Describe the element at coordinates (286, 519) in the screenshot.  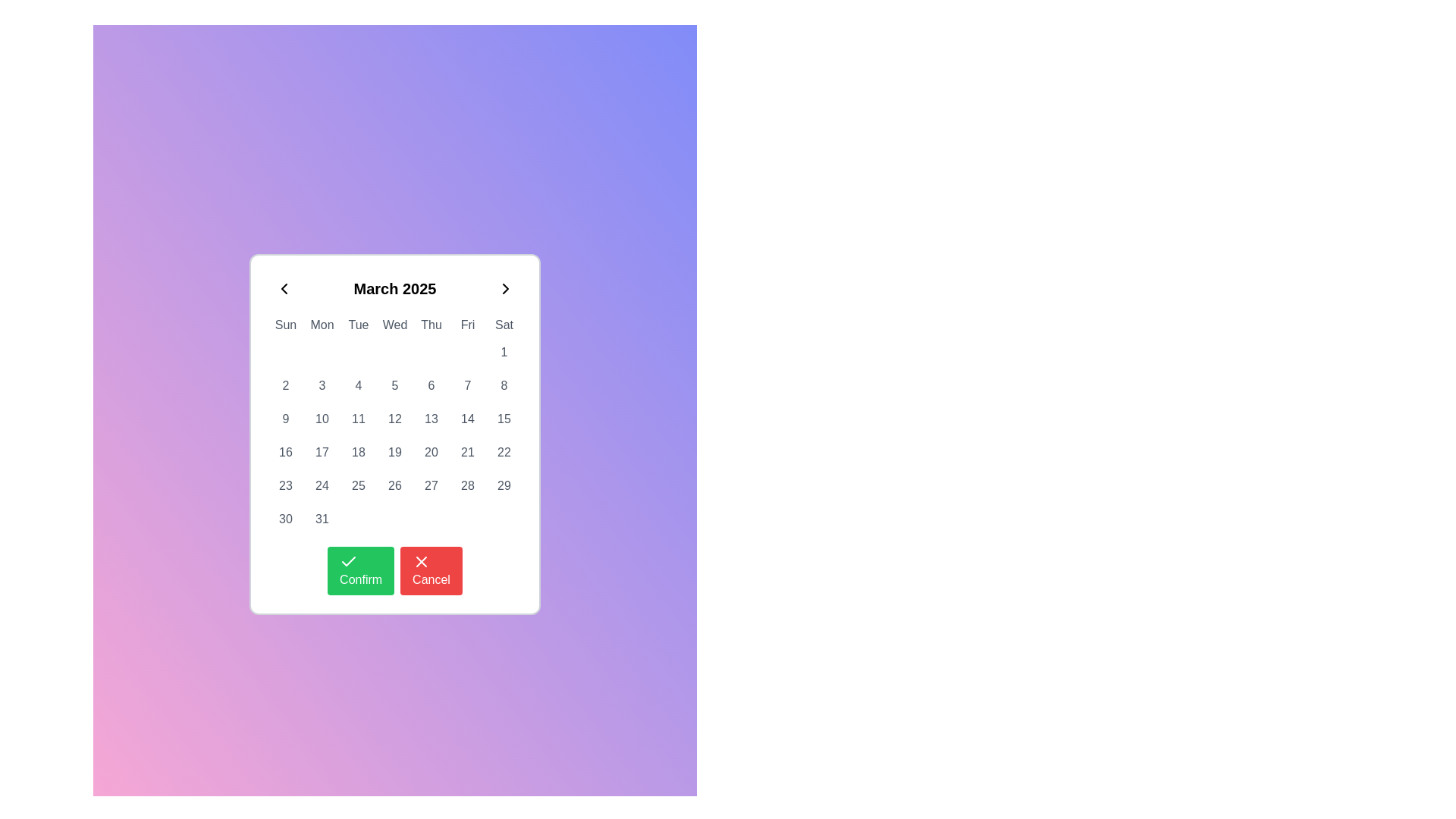
I see `the selectable date button representing the 30th of the month in the calendar interface` at that location.